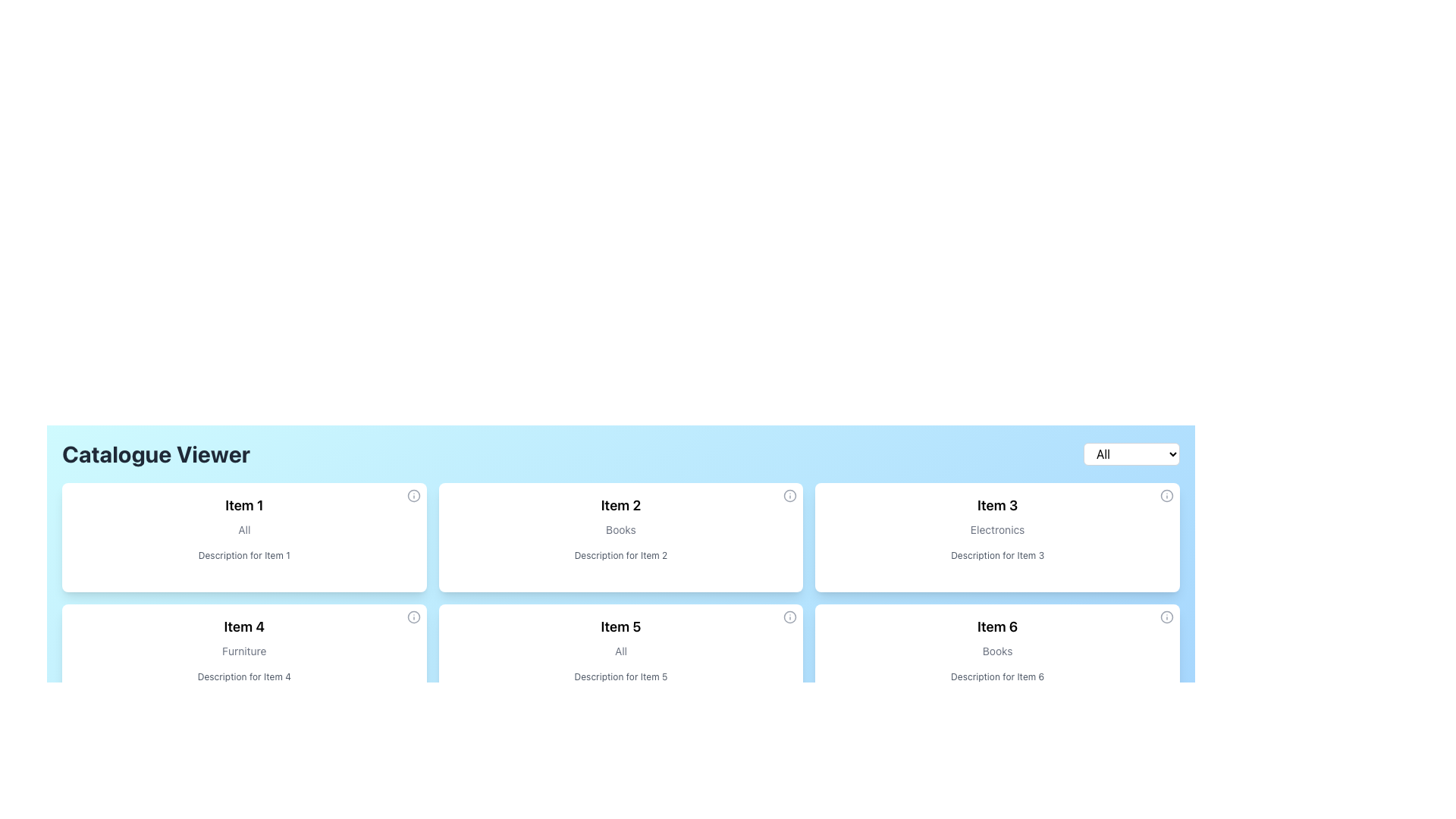  What do you see at coordinates (1166, 617) in the screenshot?
I see `the circular 'info' icon located in the bottom-right corner of the grid item labeled 'Item 6'` at bounding box center [1166, 617].